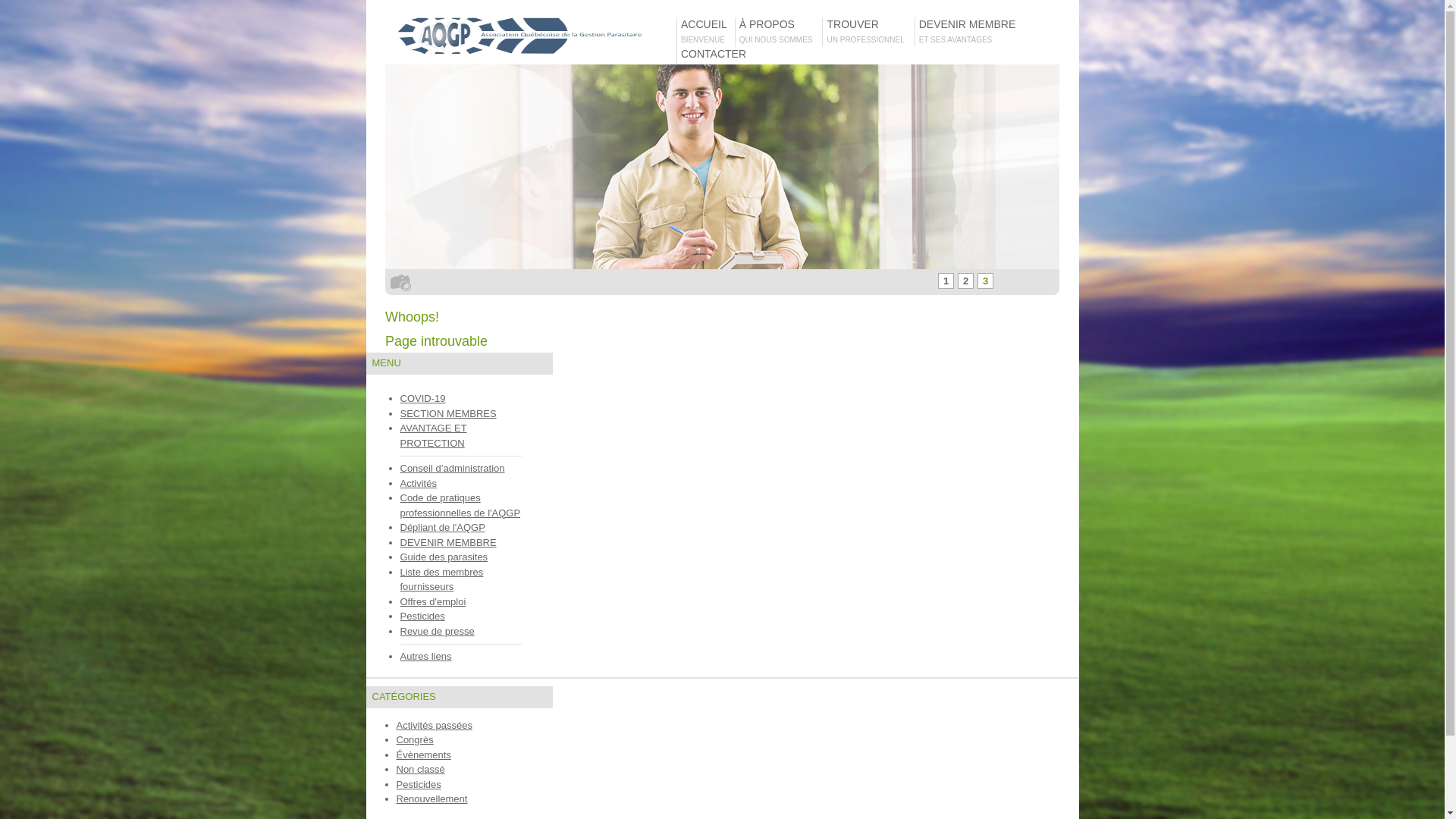 The width and height of the screenshot is (1456, 819). Describe the element at coordinates (945, 281) in the screenshot. I see `'1'` at that location.